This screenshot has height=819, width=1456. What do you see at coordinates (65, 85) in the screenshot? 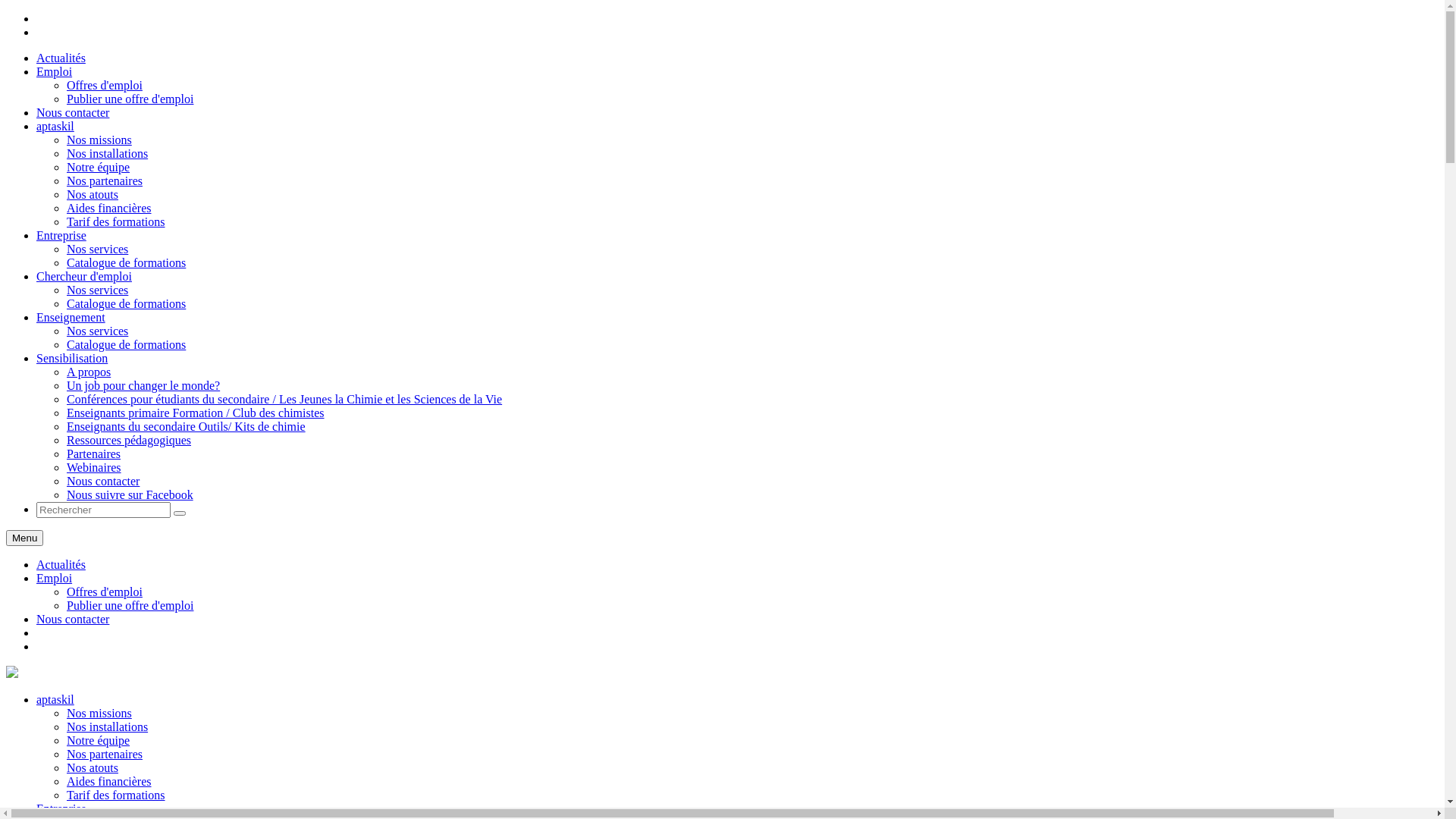
I see `'Offres d'emploi'` at bounding box center [65, 85].